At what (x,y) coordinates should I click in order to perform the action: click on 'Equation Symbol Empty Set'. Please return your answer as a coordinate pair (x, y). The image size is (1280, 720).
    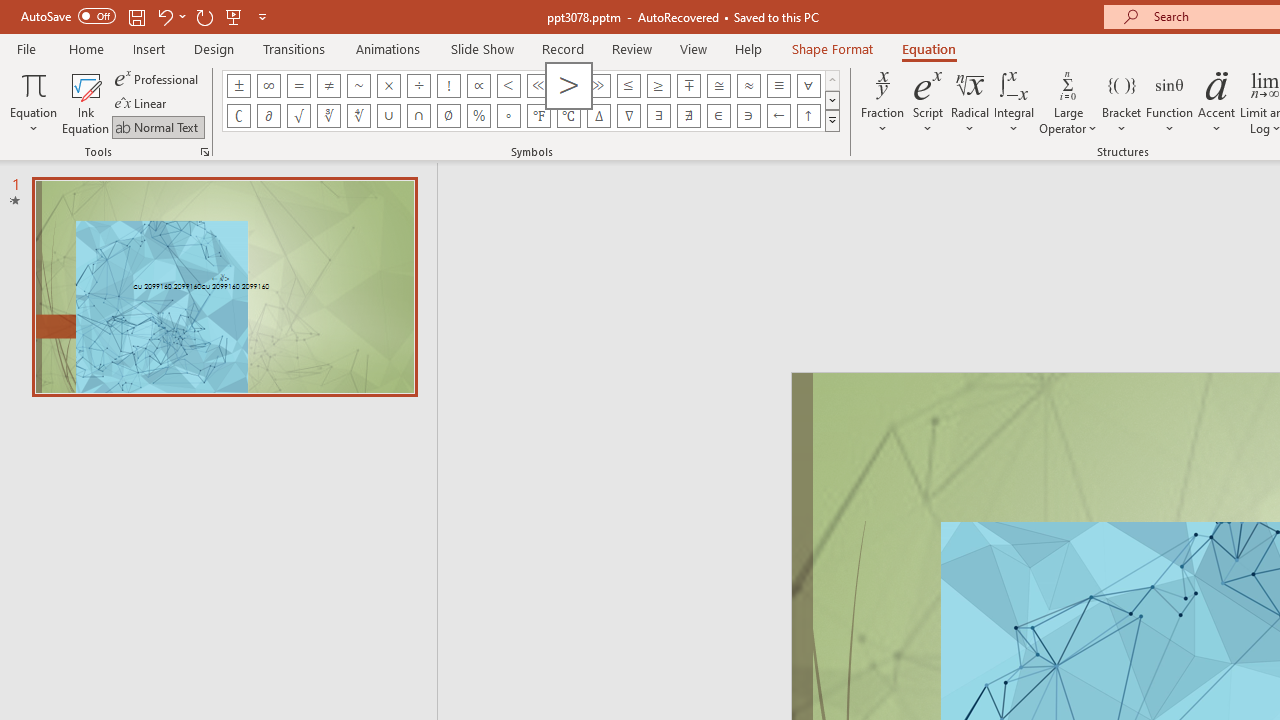
    Looking at the image, I should click on (447, 115).